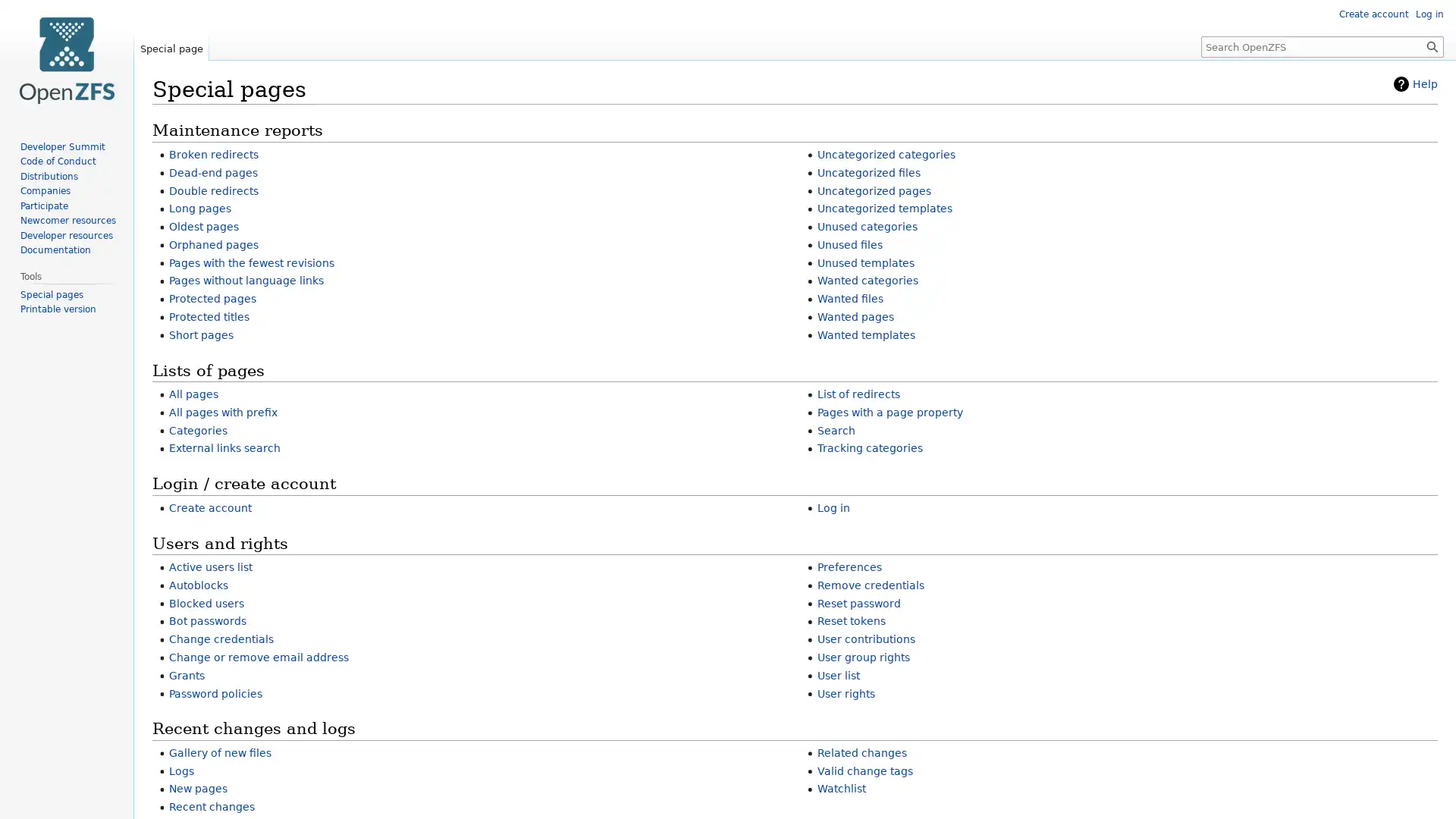 The width and height of the screenshot is (1456, 819). What do you see at coordinates (1432, 45) in the screenshot?
I see `Go` at bounding box center [1432, 45].